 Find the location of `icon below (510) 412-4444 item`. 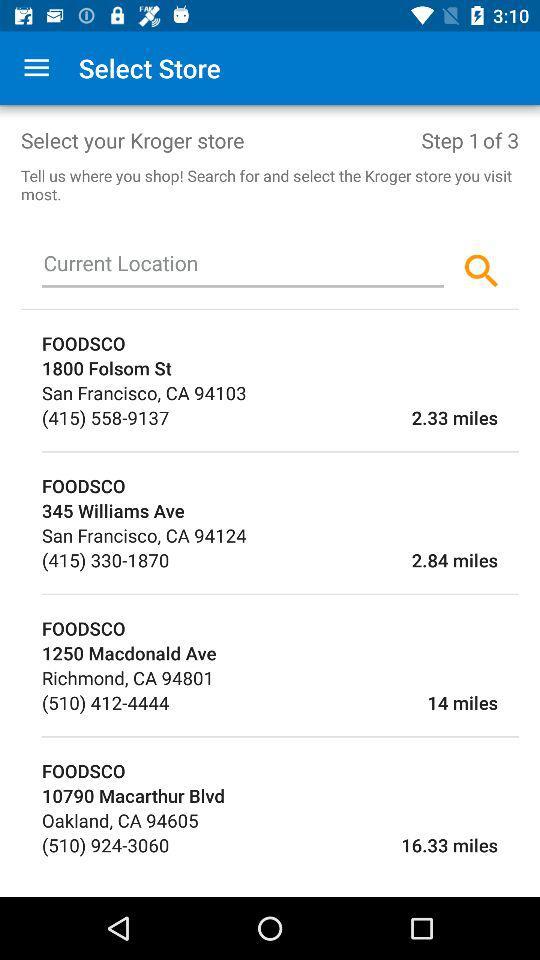

icon below (510) 412-4444 item is located at coordinates (279, 735).